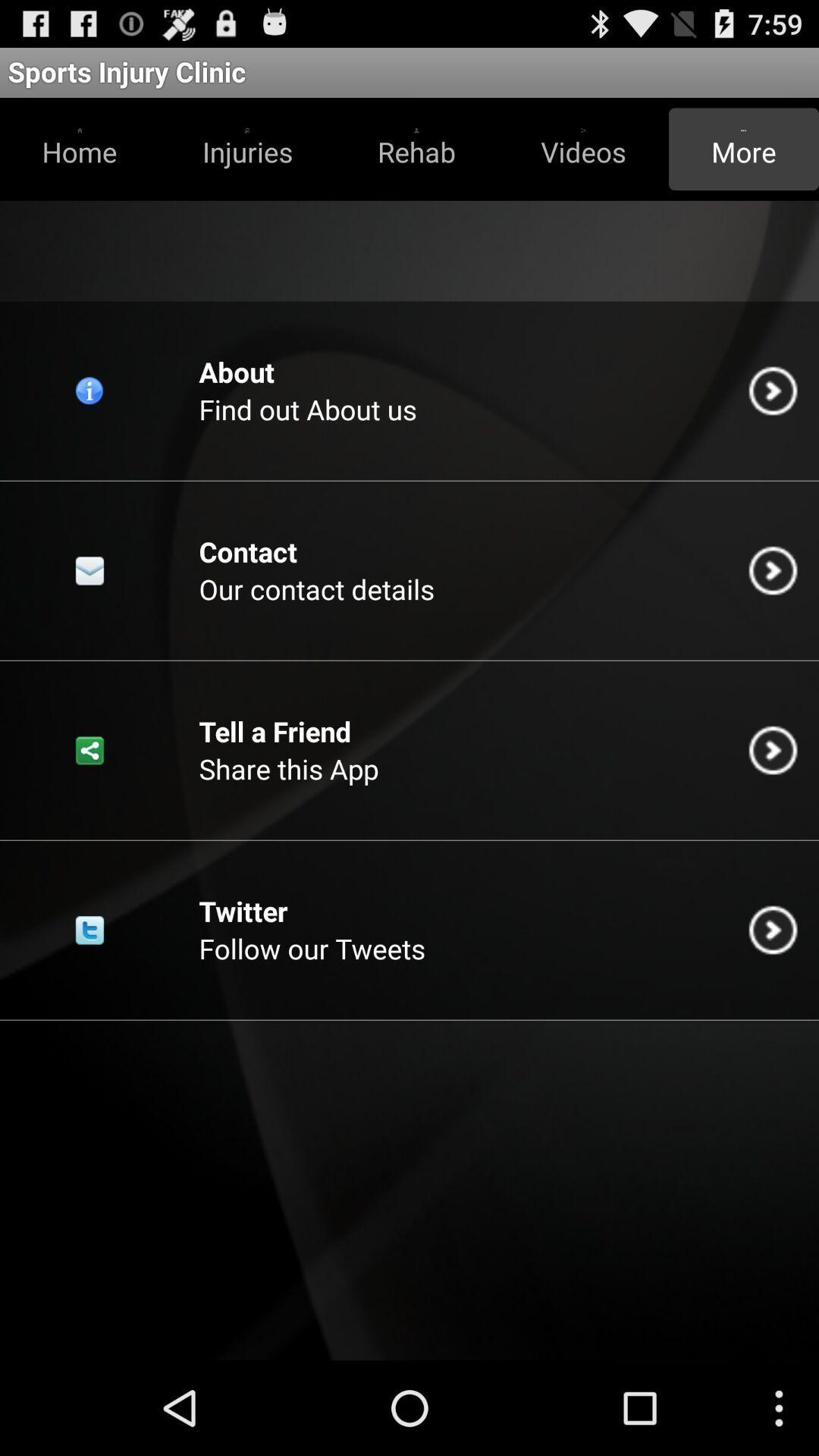  Describe the element at coordinates (242, 910) in the screenshot. I see `item below share this app` at that location.